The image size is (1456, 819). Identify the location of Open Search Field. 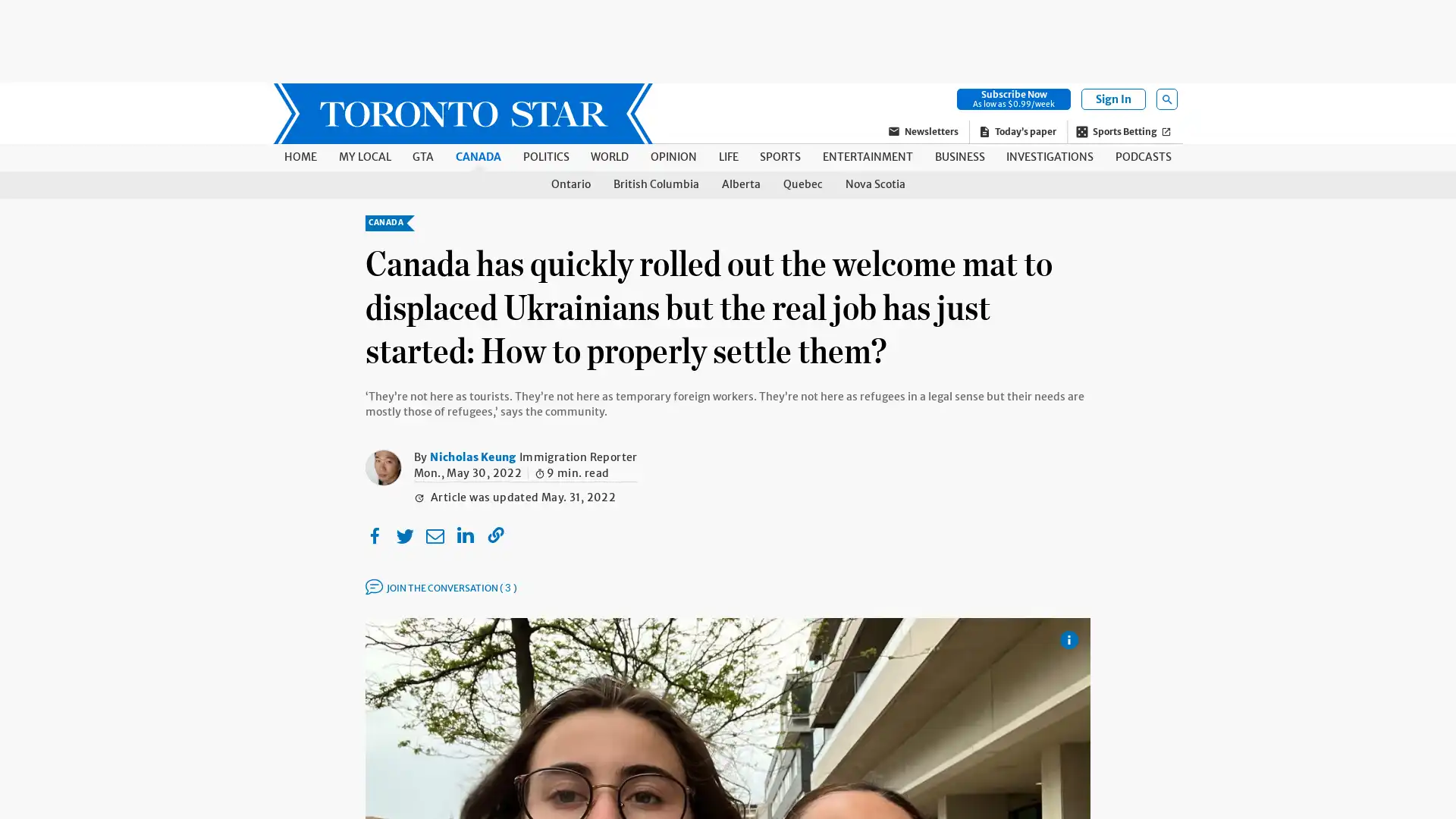
(1166, 99).